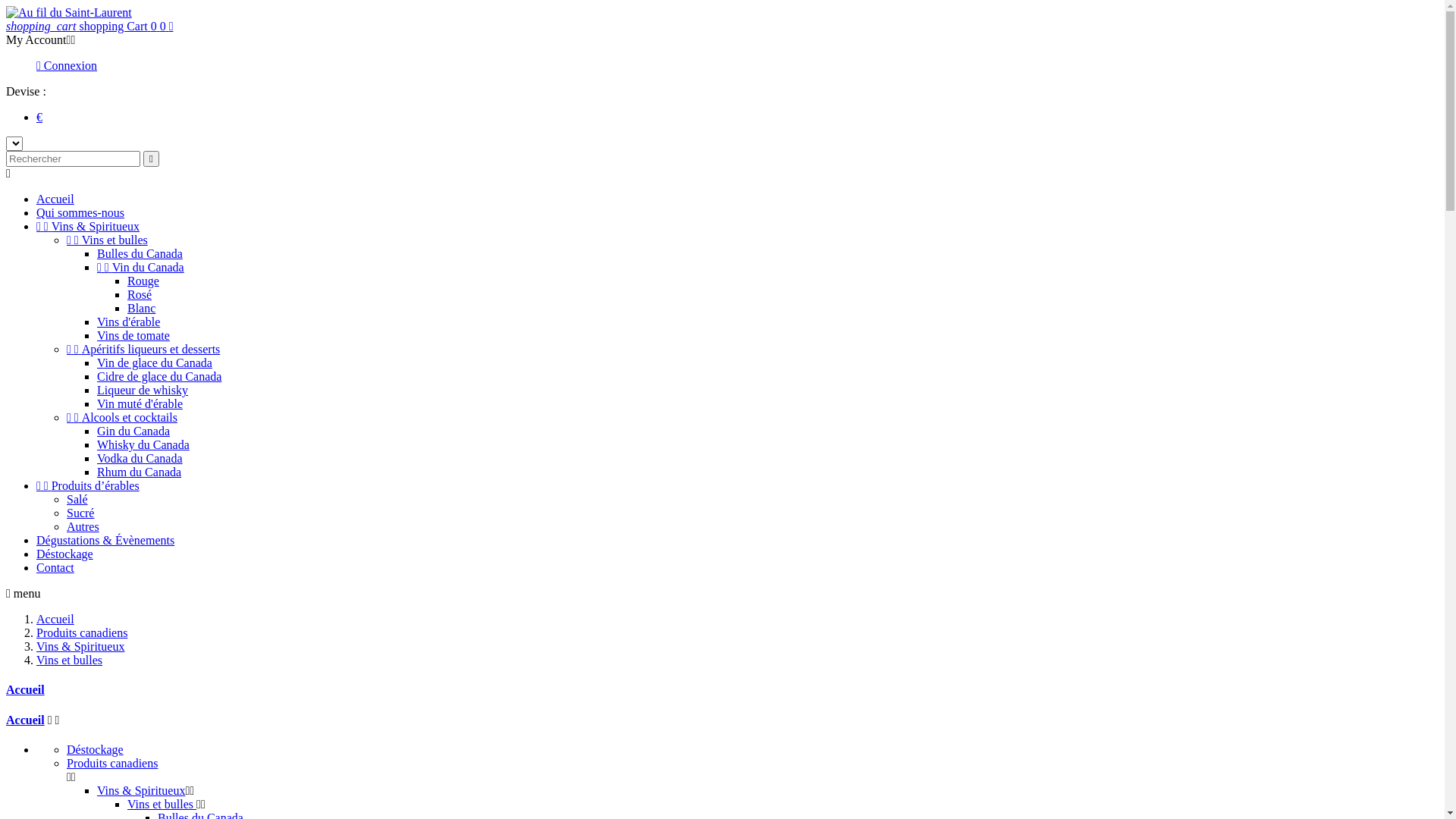  What do you see at coordinates (79, 212) in the screenshot?
I see `'Qui sommes-nous'` at bounding box center [79, 212].